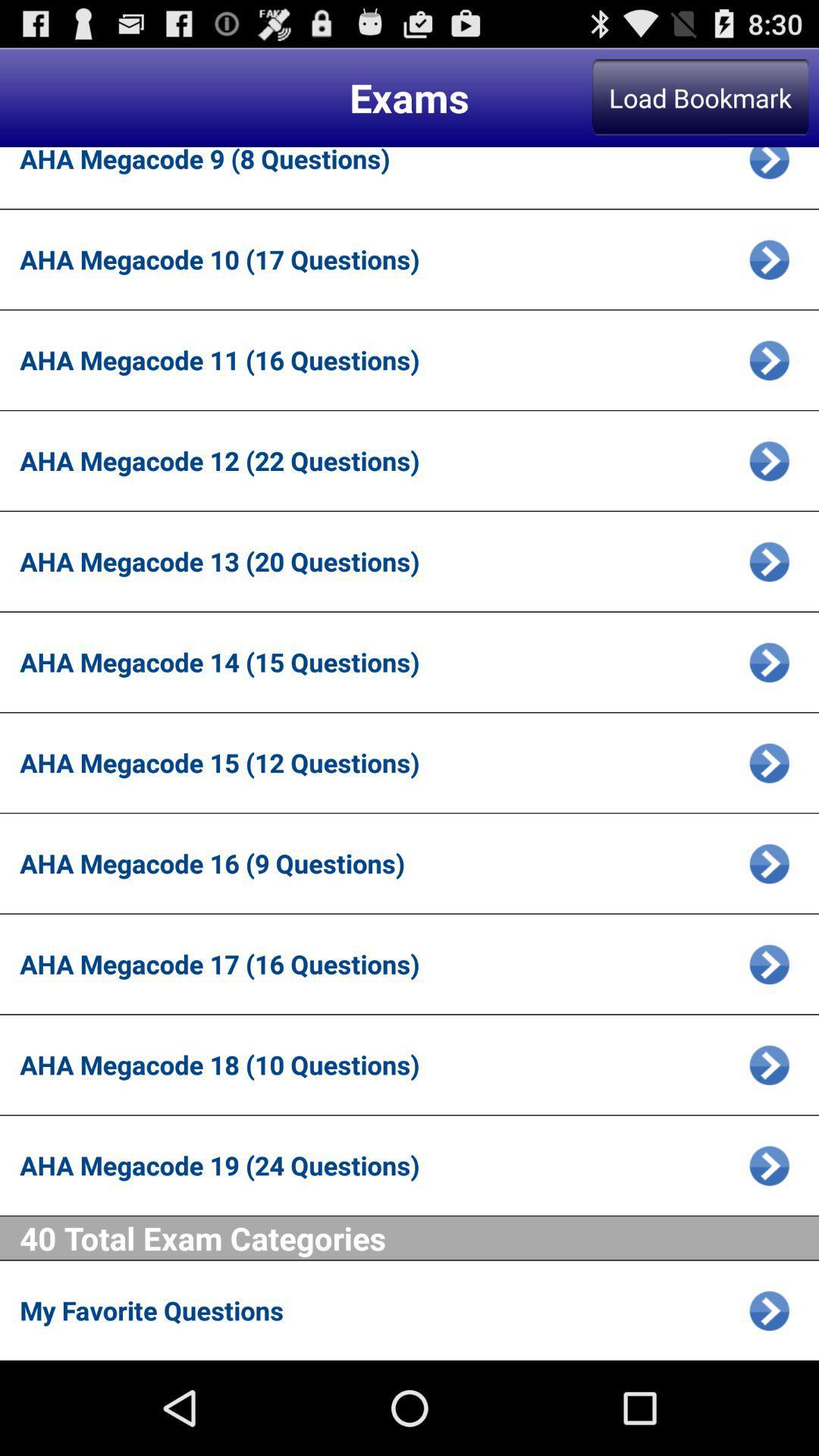 The width and height of the screenshot is (819, 1456). What do you see at coordinates (701, 96) in the screenshot?
I see `text next to exams` at bounding box center [701, 96].